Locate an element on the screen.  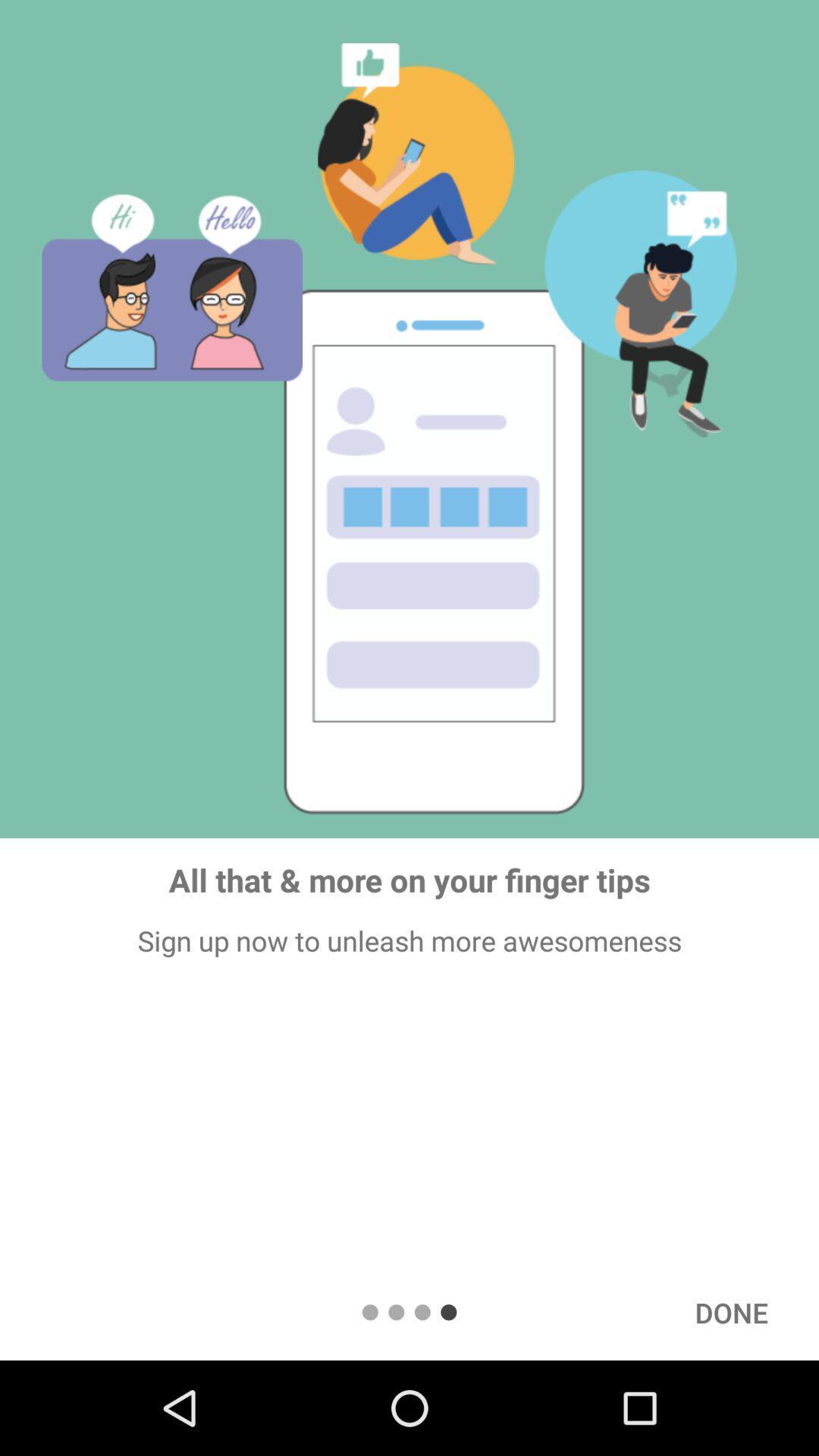
icon at the bottom right corner is located at coordinates (730, 1312).